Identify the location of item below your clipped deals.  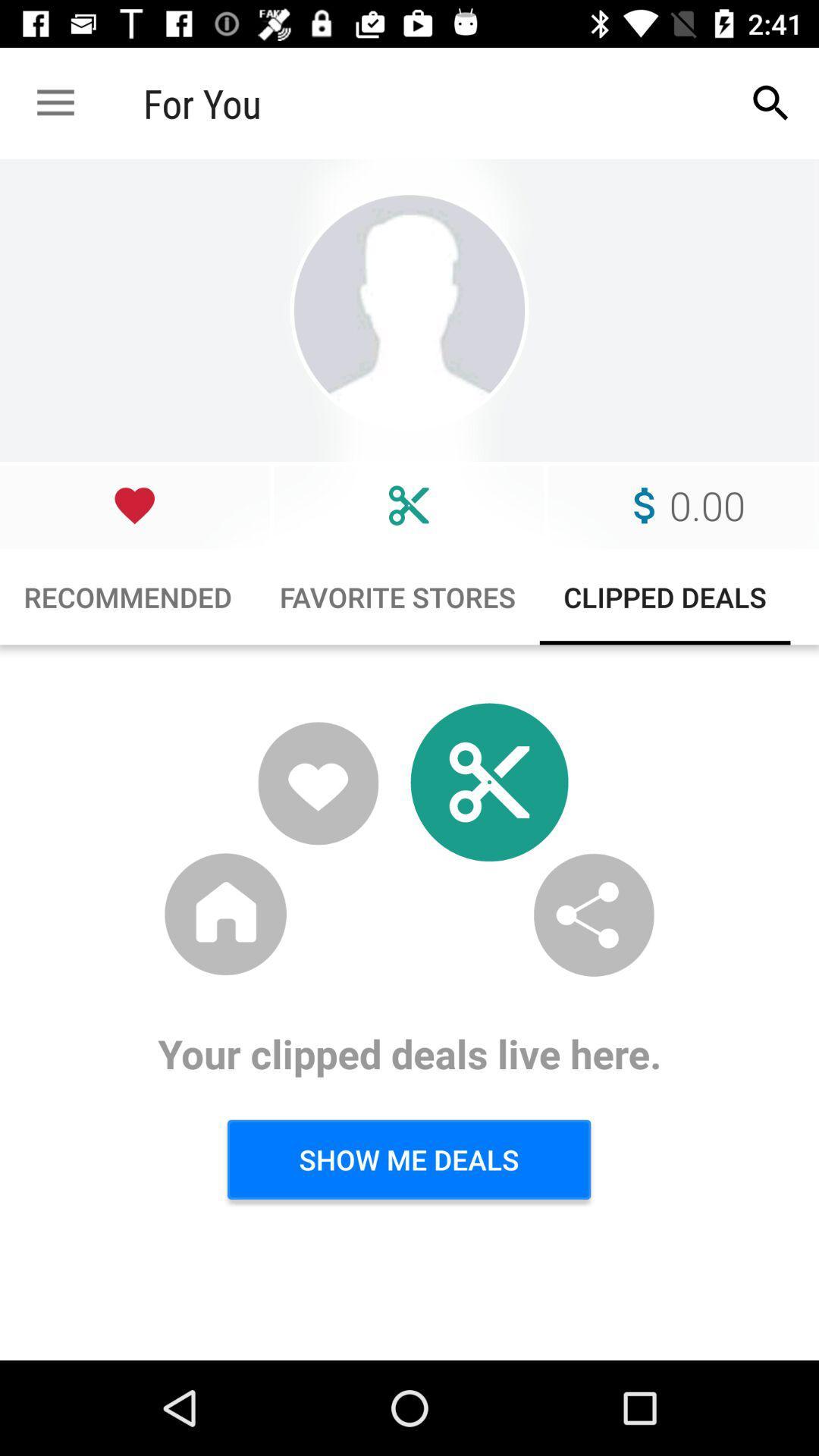
(408, 1159).